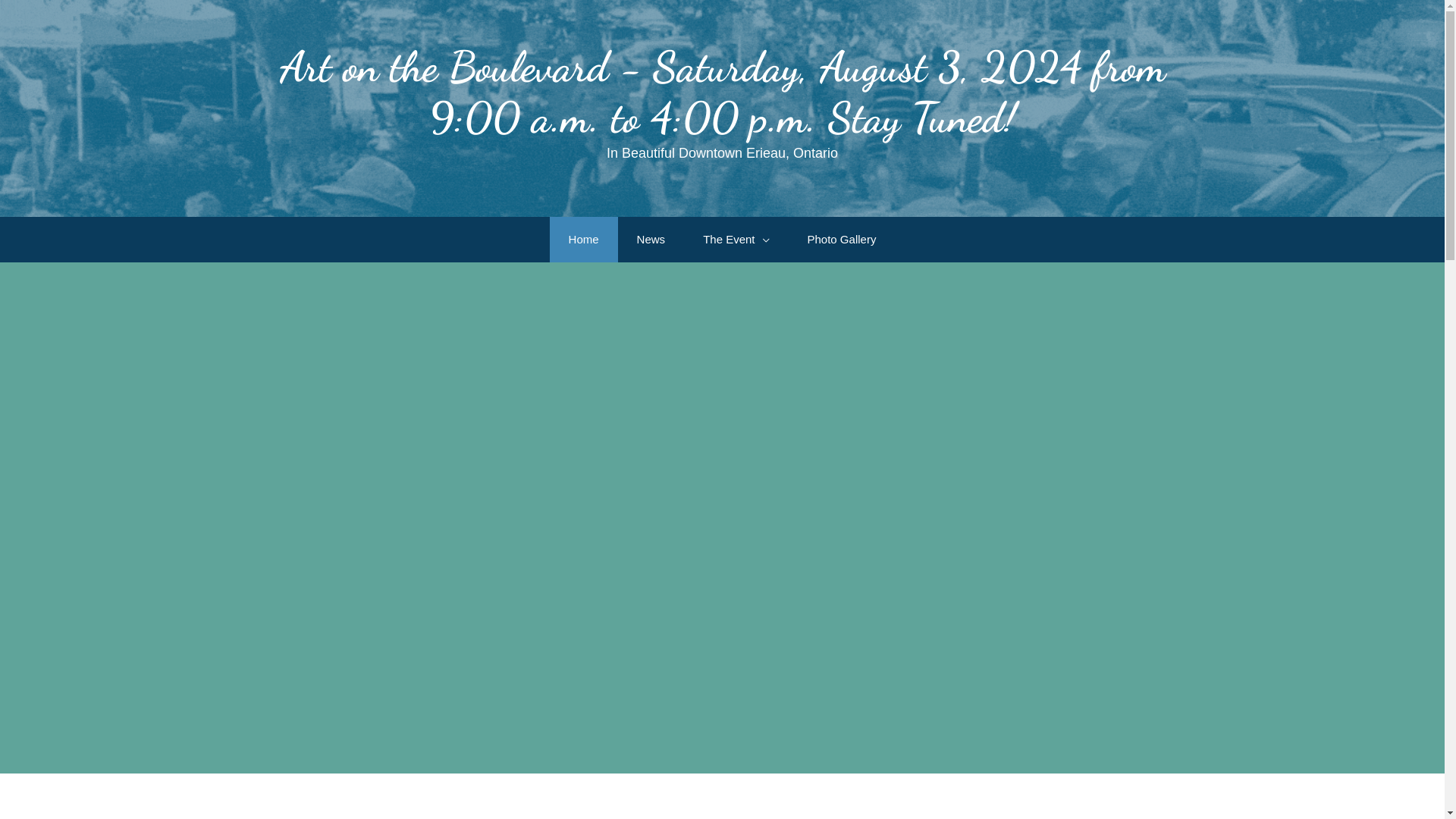 The image size is (1456, 819). Describe the element at coordinates (651, 239) in the screenshot. I see `'News'` at that location.